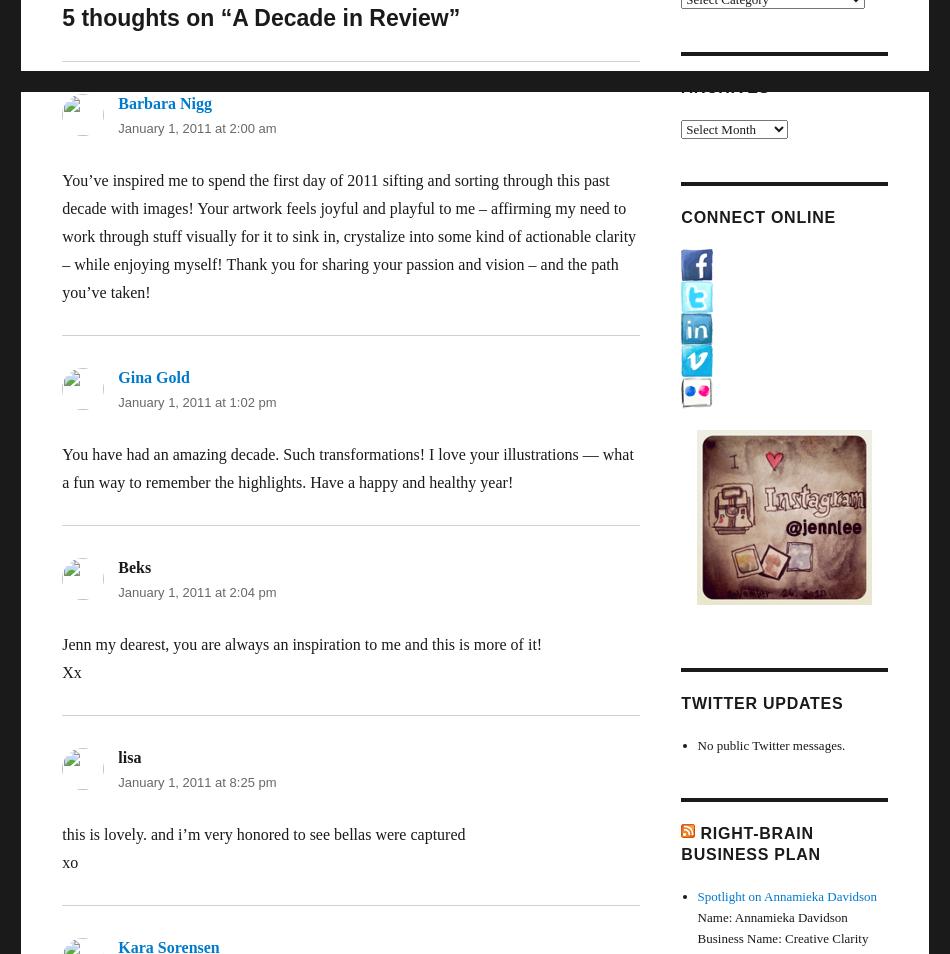 This screenshot has height=954, width=950. What do you see at coordinates (117, 127) in the screenshot?
I see `'January 1, 2011 at 2:00 am'` at bounding box center [117, 127].